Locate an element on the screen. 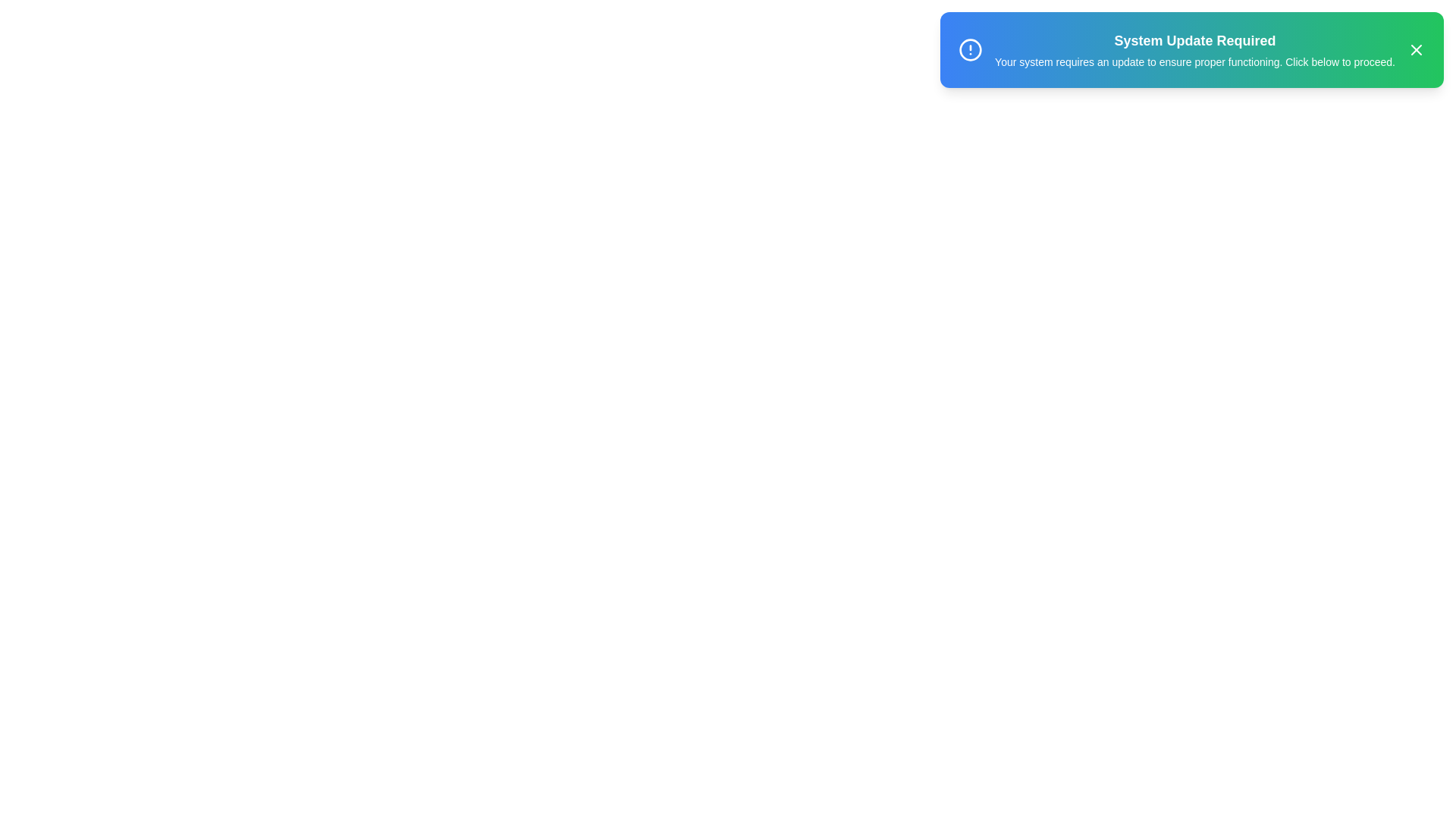 Image resolution: width=1456 pixels, height=819 pixels. the alert icon in the snackbar is located at coordinates (971, 49).